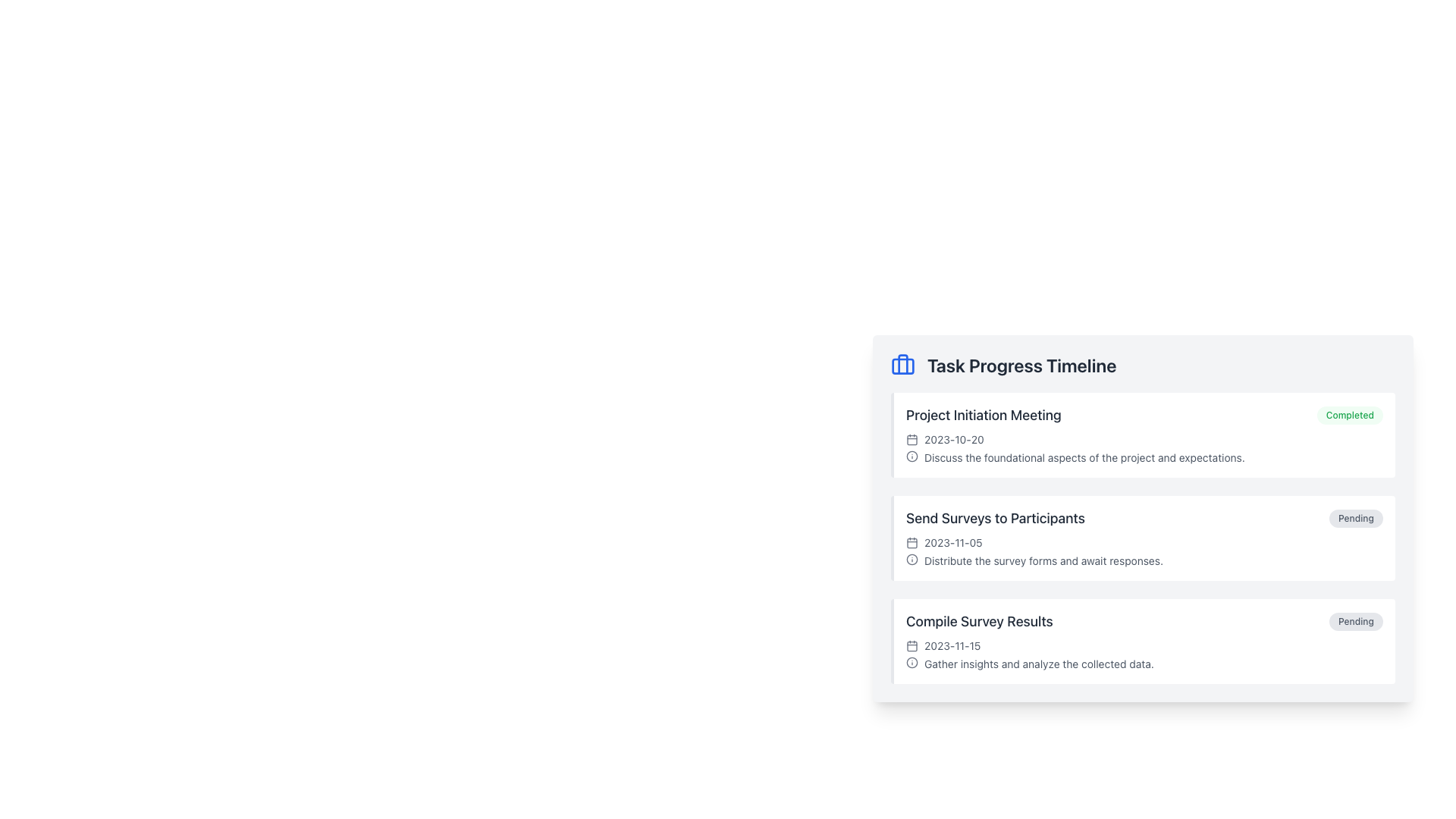  Describe the element at coordinates (912, 646) in the screenshot. I see `the calendar icon's main body rectangle, which is part of the Task Progress Timeline section and resembles a square with rounded corners` at that location.